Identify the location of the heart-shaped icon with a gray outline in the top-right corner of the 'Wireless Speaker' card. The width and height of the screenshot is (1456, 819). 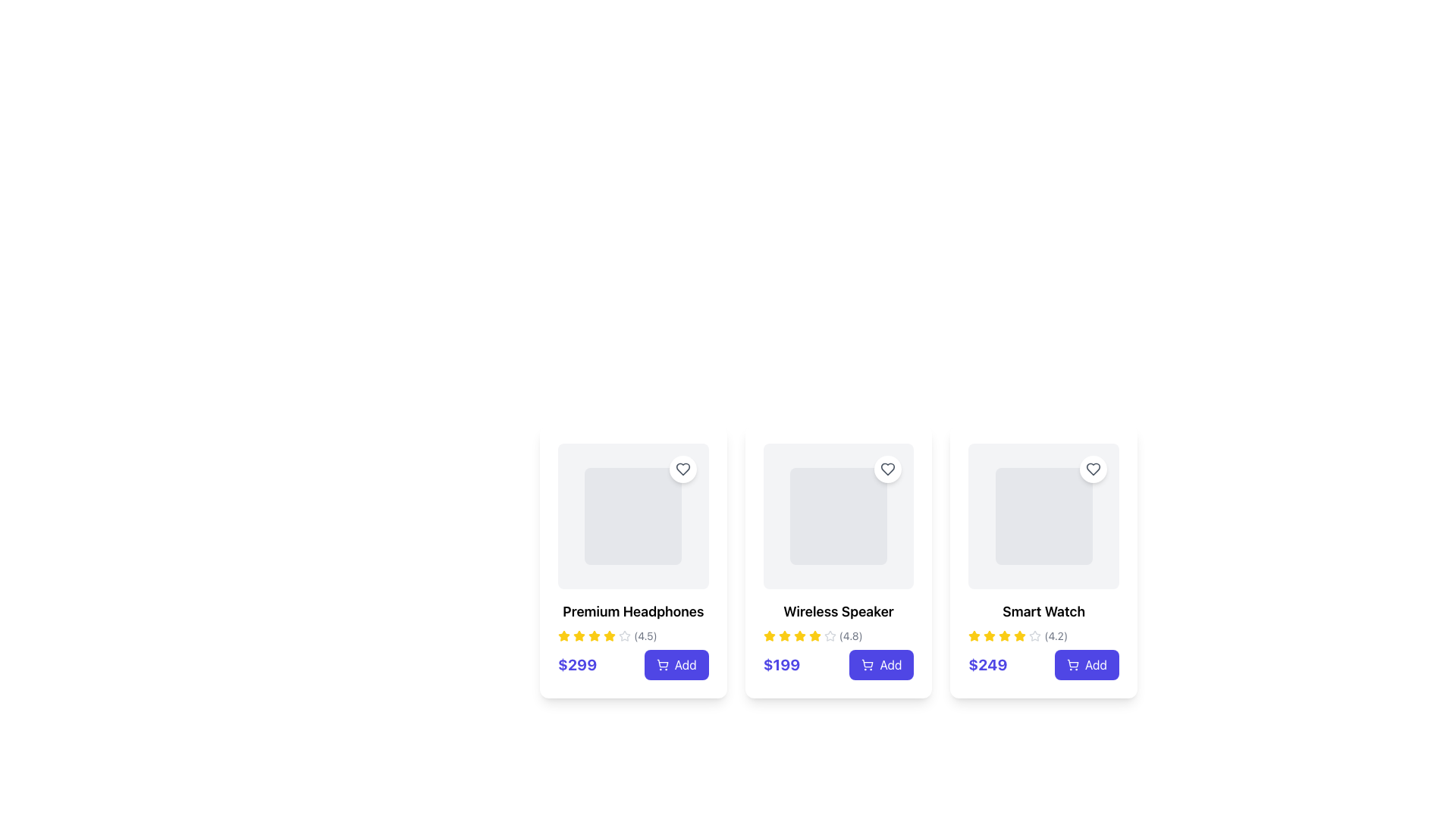
(888, 468).